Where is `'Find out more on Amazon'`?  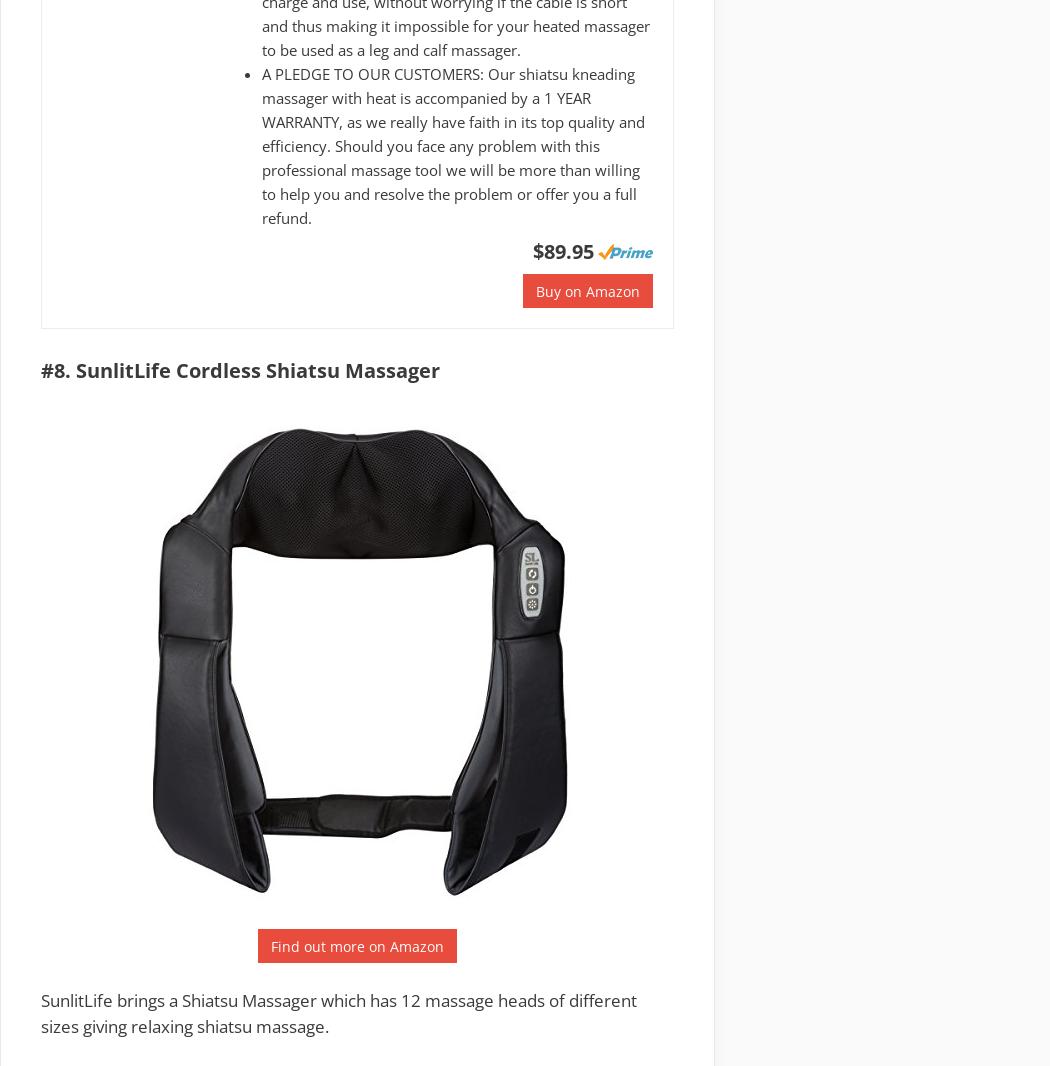
'Find out more on Amazon' is located at coordinates (356, 945).